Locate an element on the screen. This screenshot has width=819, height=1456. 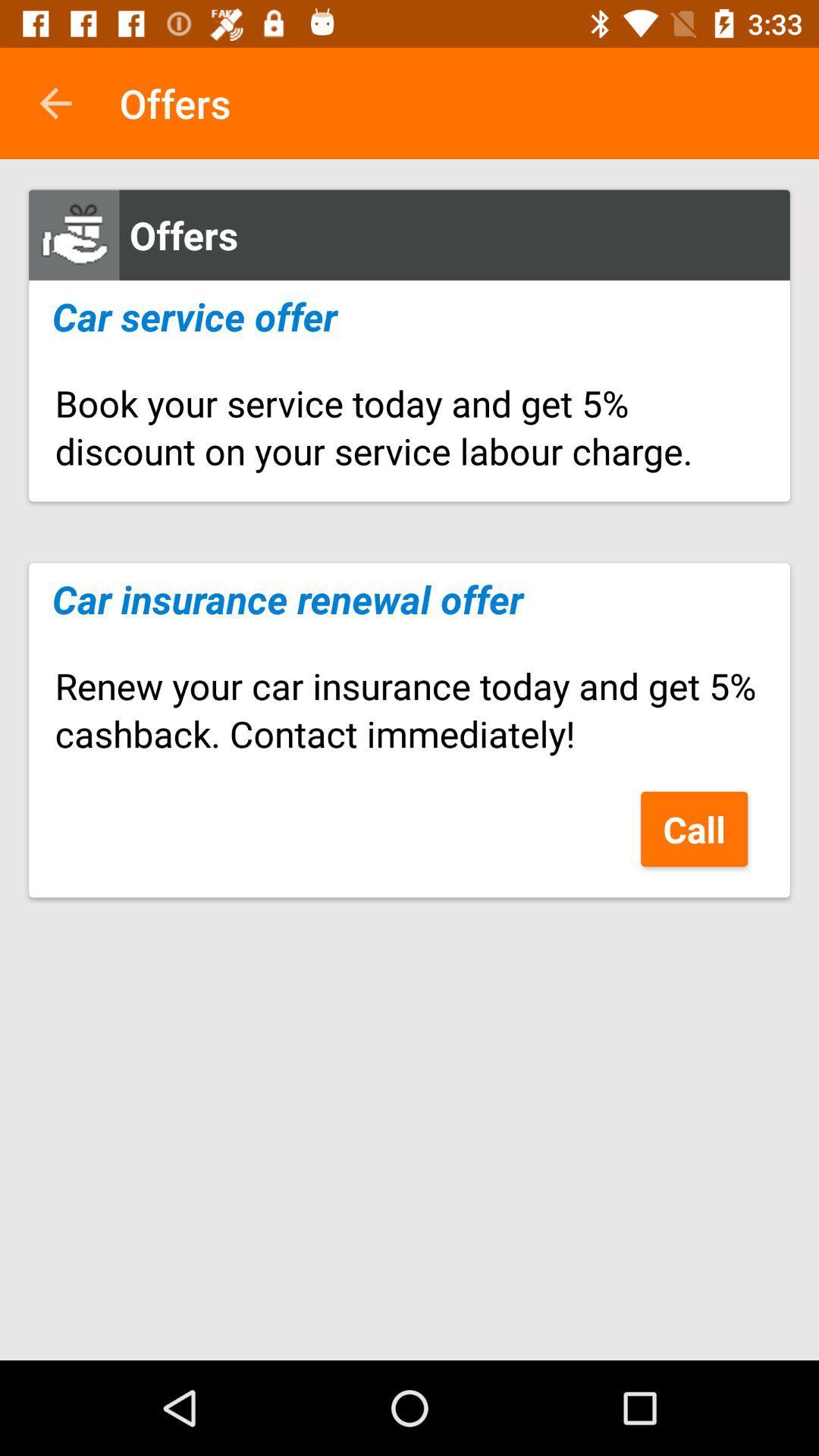
icon next to the offers app is located at coordinates (55, 102).